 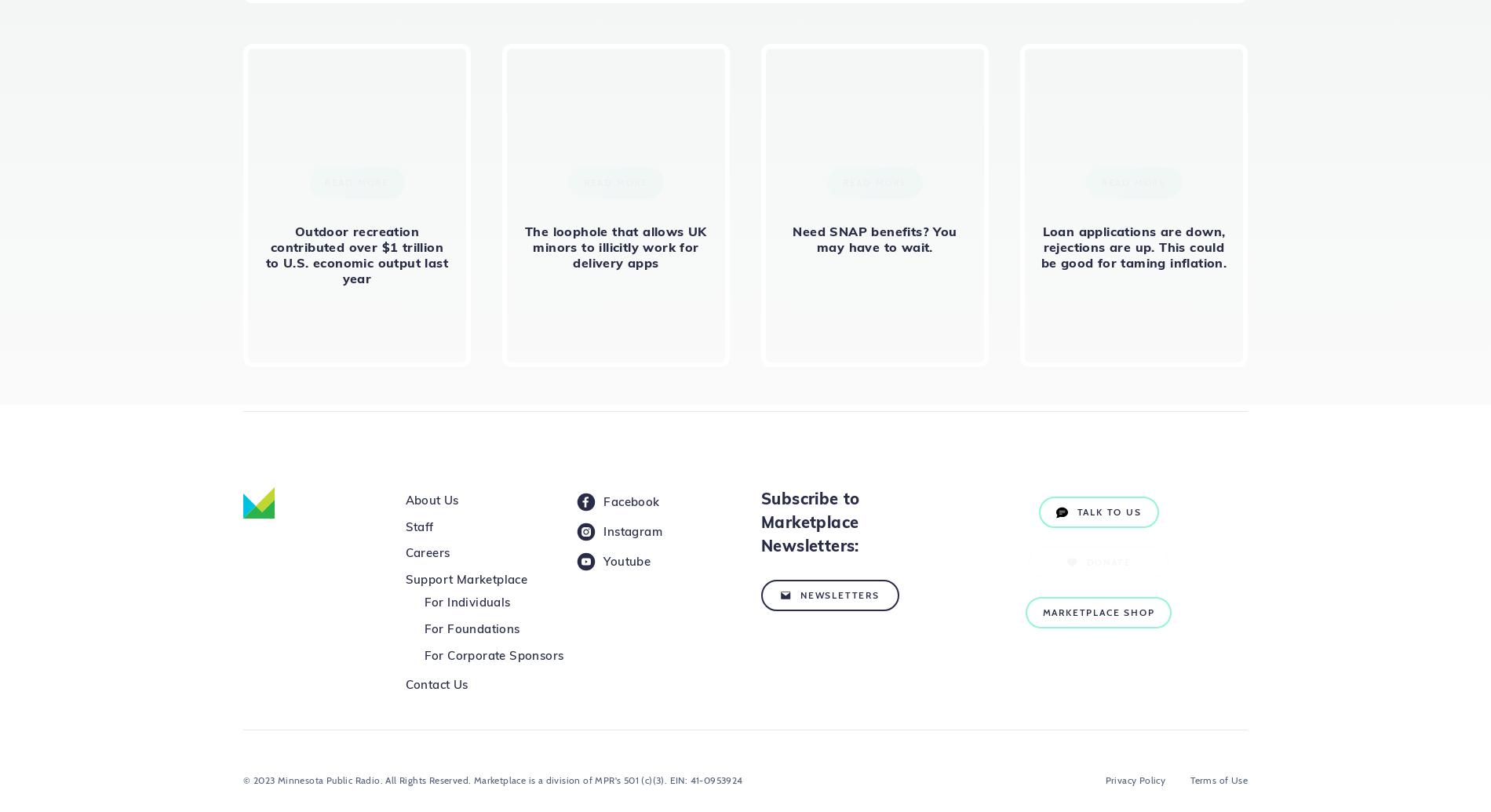 I want to click on 'Loan applications are down, rejections are up. This could be good for taming inflation.', so click(x=1133, y=246).